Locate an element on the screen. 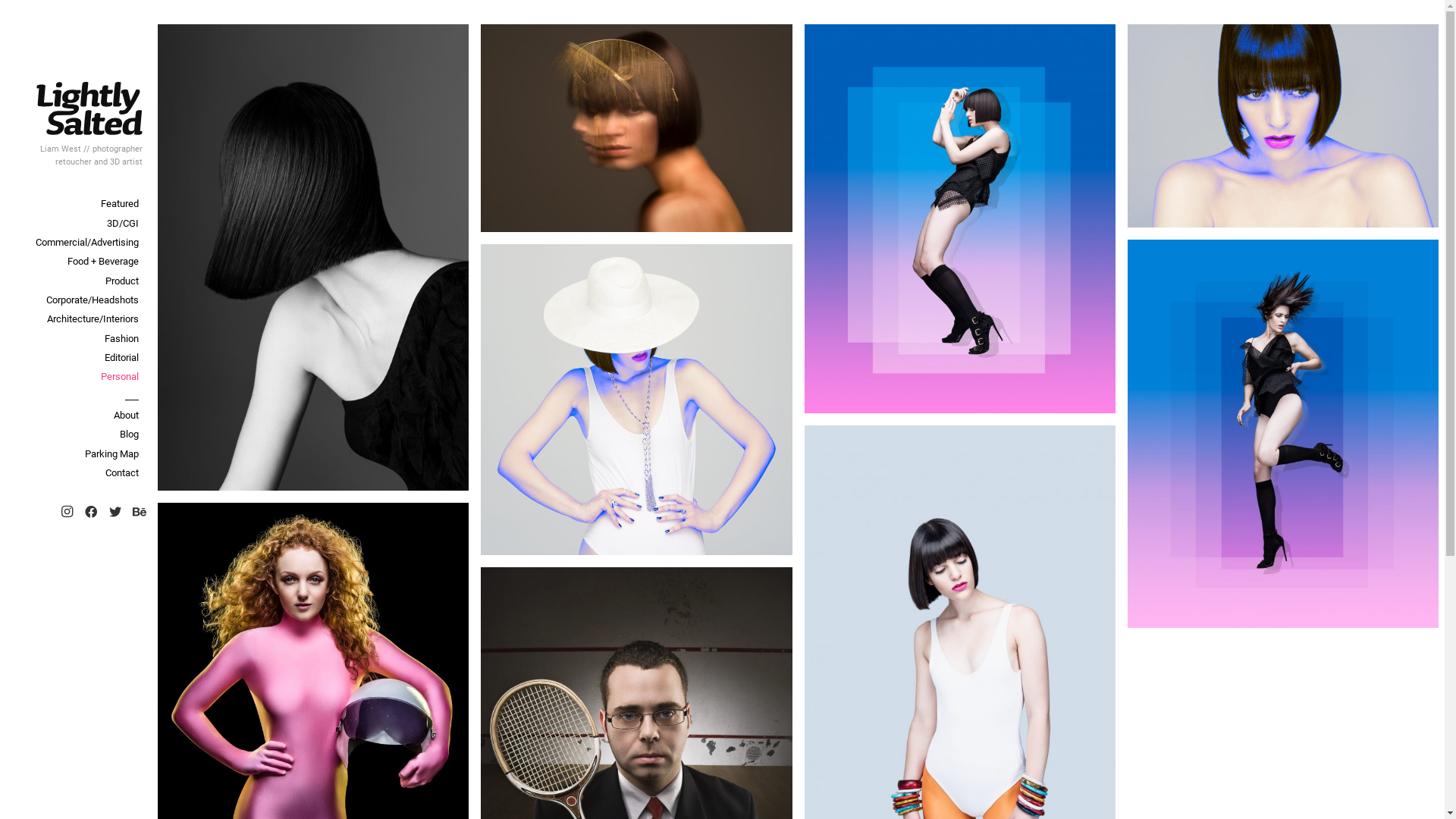  'Parking Map' is located at coordinates (75, 453).